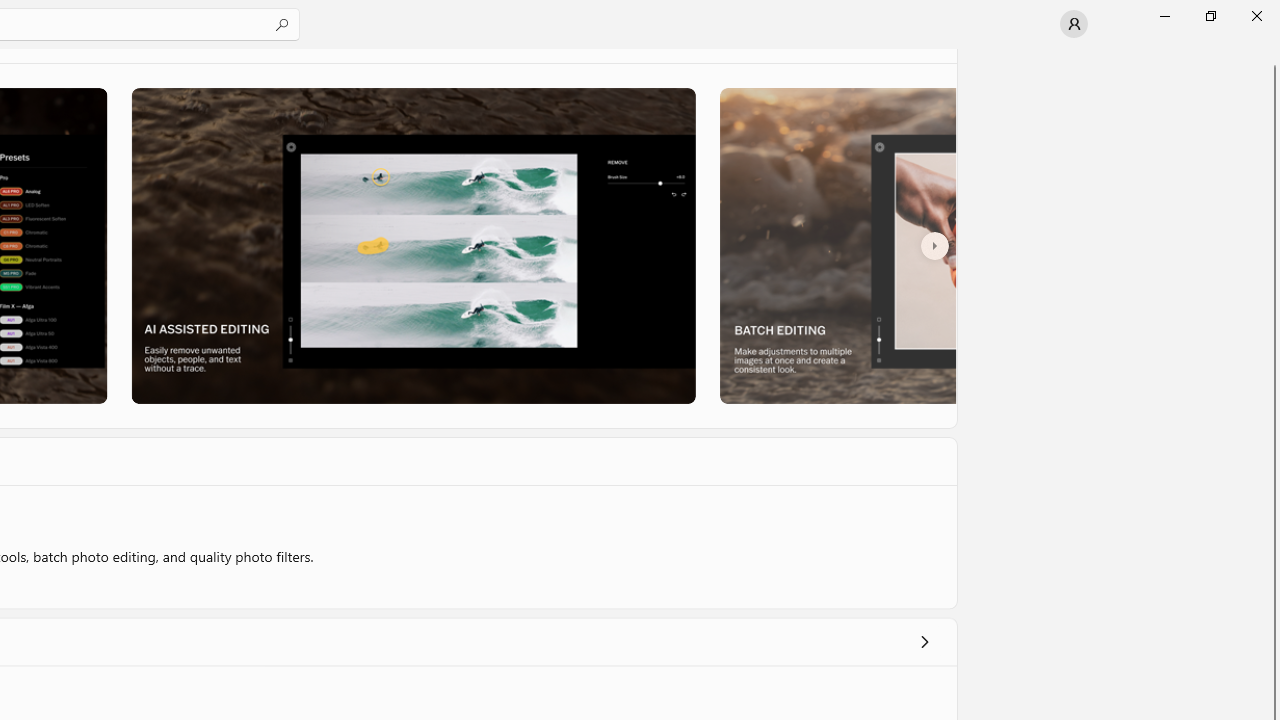 This screenshot has height=720, width=1280. I want to click on 'Close Microsoft Store', so click(1255, 15).